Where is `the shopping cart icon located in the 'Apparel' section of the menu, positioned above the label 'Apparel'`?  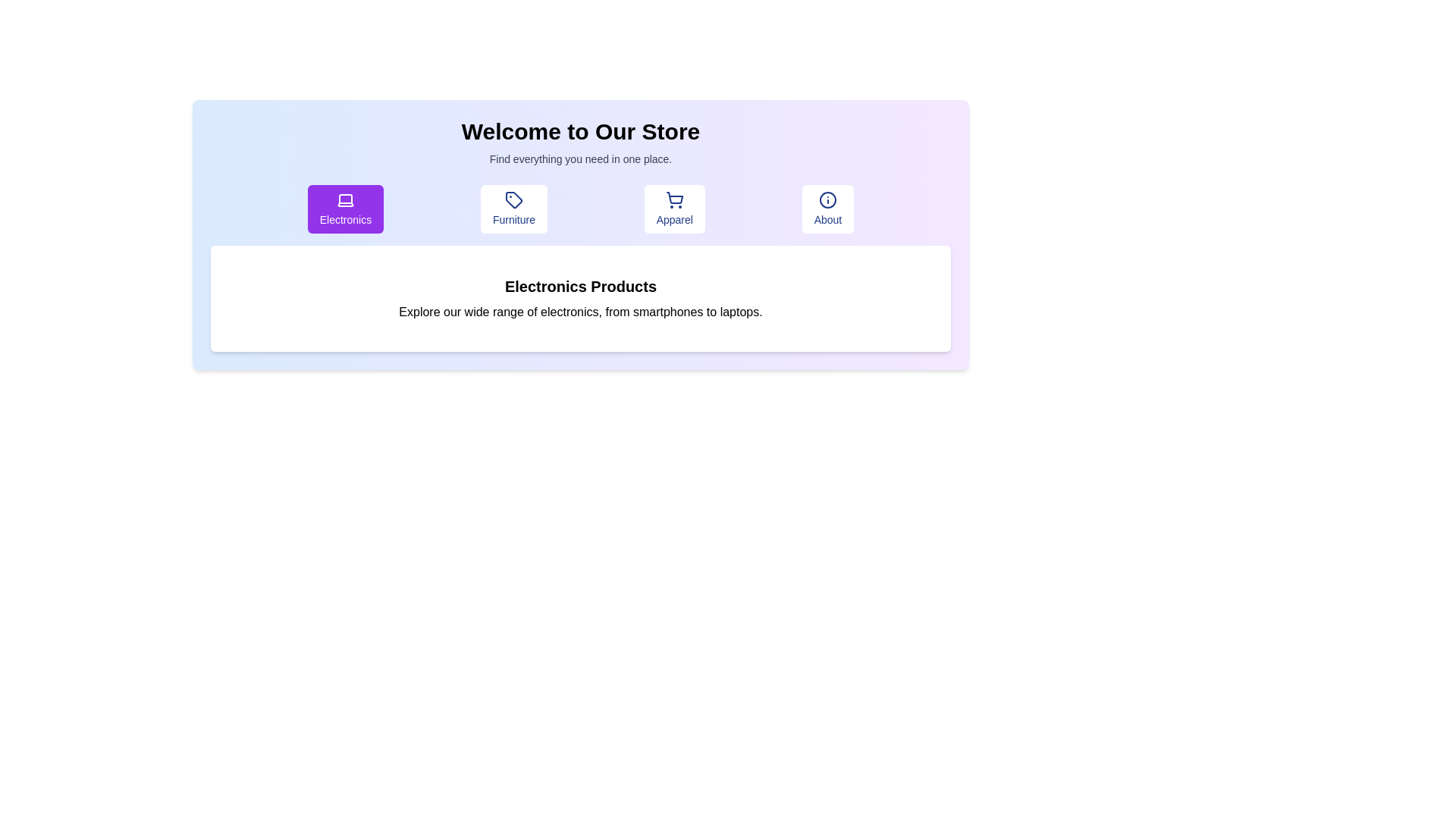
the shopping cart icon located in the 'Apparel' section of the menu, positioned above the label 'Apparel' is located at coordinates (673, 199).